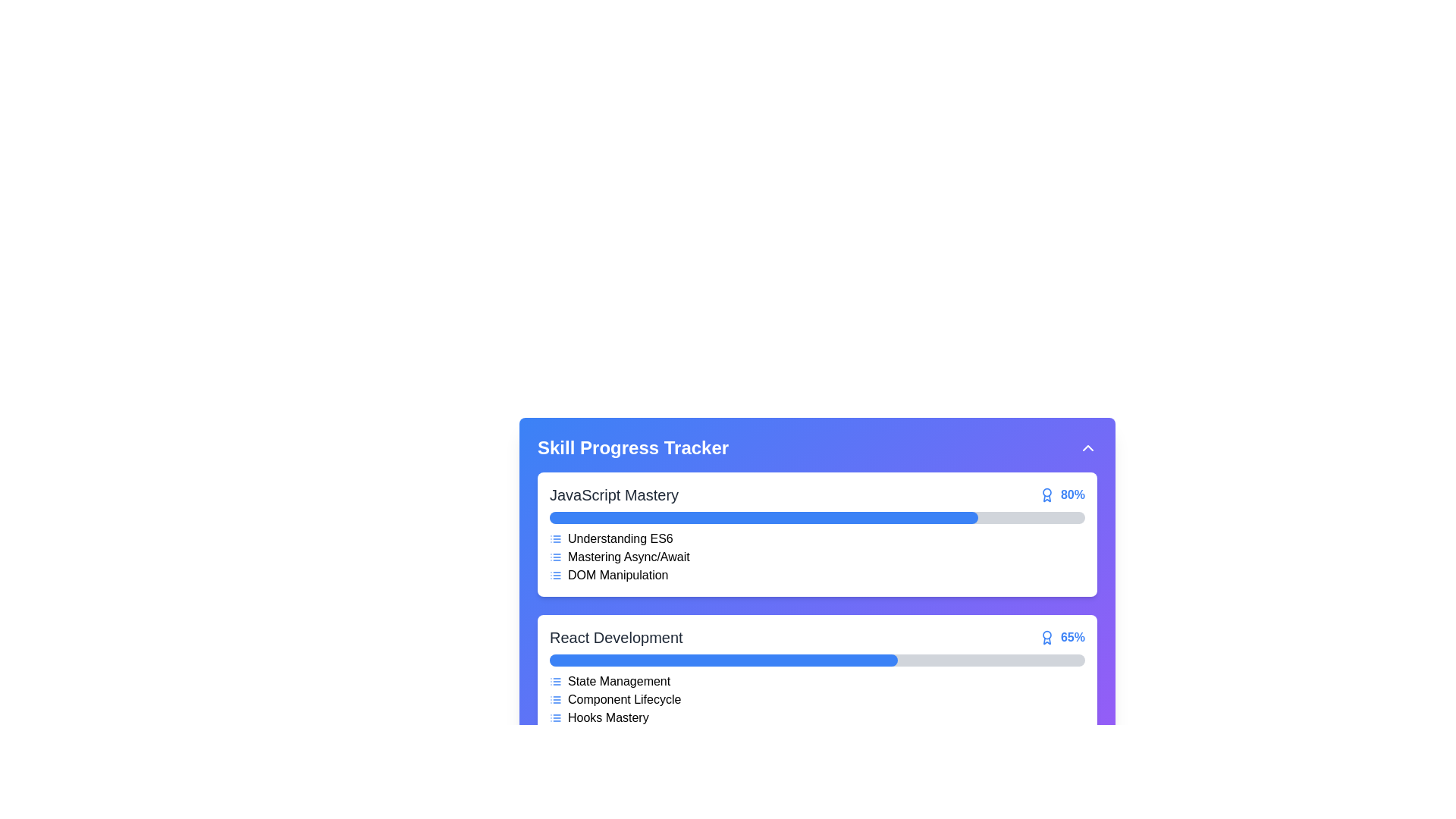  What do you see at coordinates (555, 576) in the screenshot?
I see `the blue bulleted list icon located to the immediate left of the 'DOM Manipulation' text in the 'JavaScript Mastery' section of the 'Skill Progress Tracker'` at bounding box center [555, 576].